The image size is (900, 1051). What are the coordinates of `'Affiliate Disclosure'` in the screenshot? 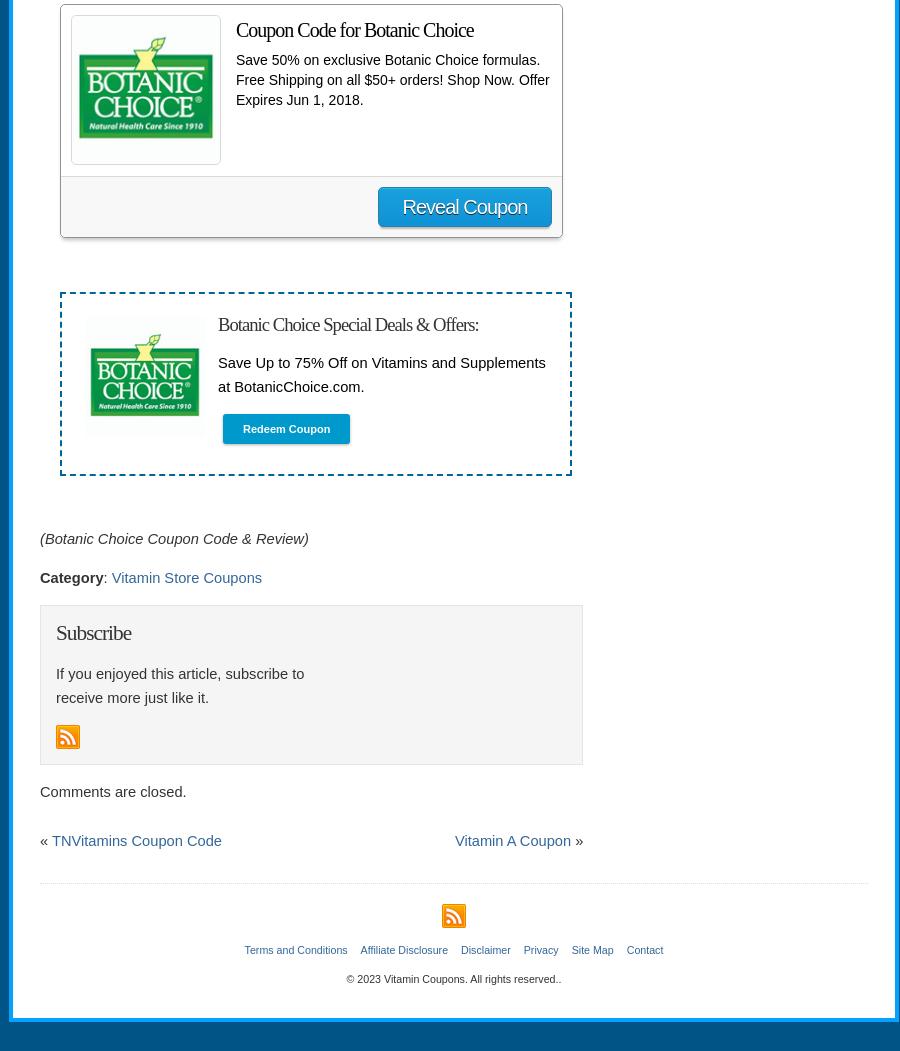 It's located at (360, 947).